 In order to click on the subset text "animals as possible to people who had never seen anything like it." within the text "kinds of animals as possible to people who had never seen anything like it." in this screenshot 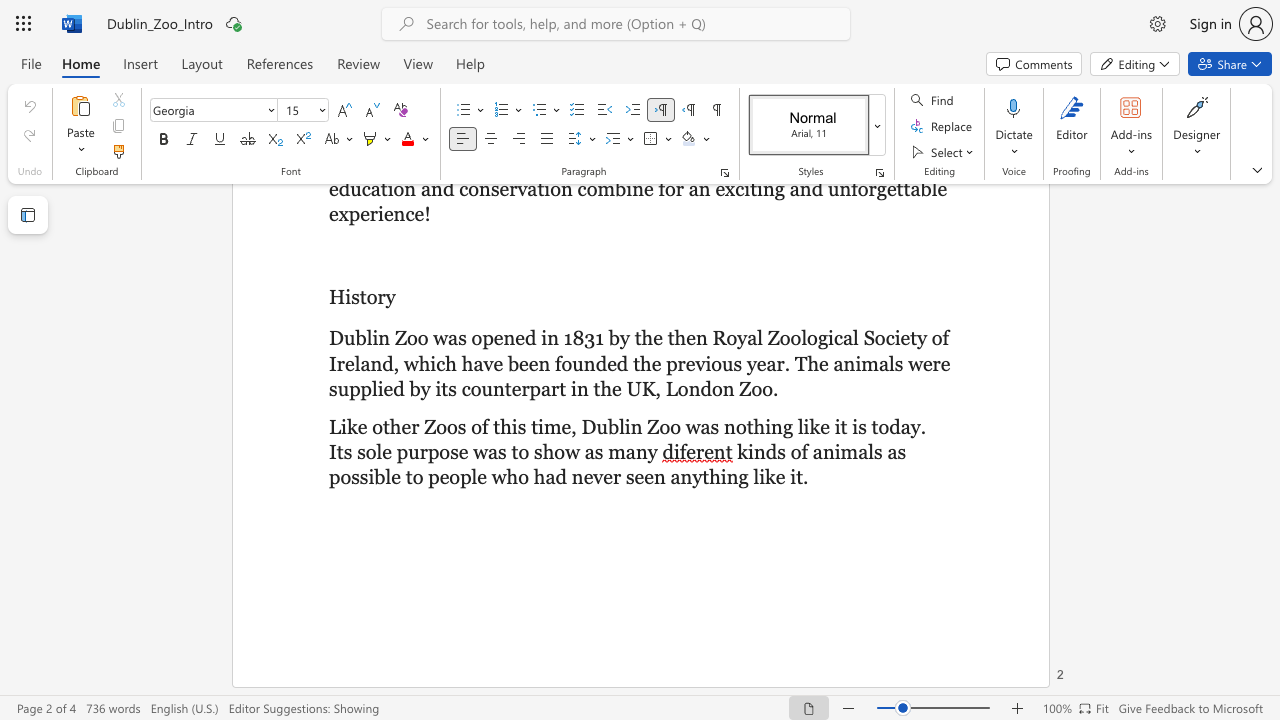, I will do `click(812, 452)`.